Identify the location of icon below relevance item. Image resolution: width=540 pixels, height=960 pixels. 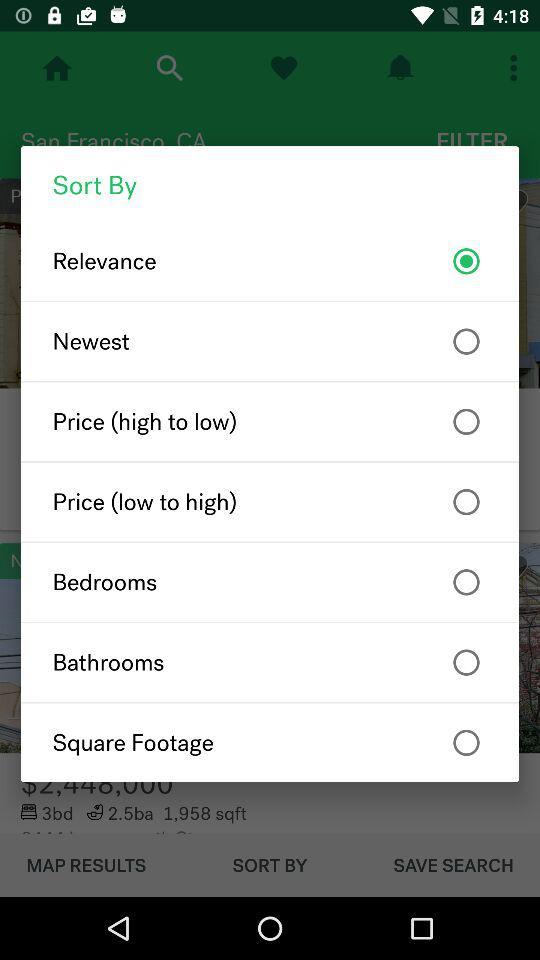
(270, 341).